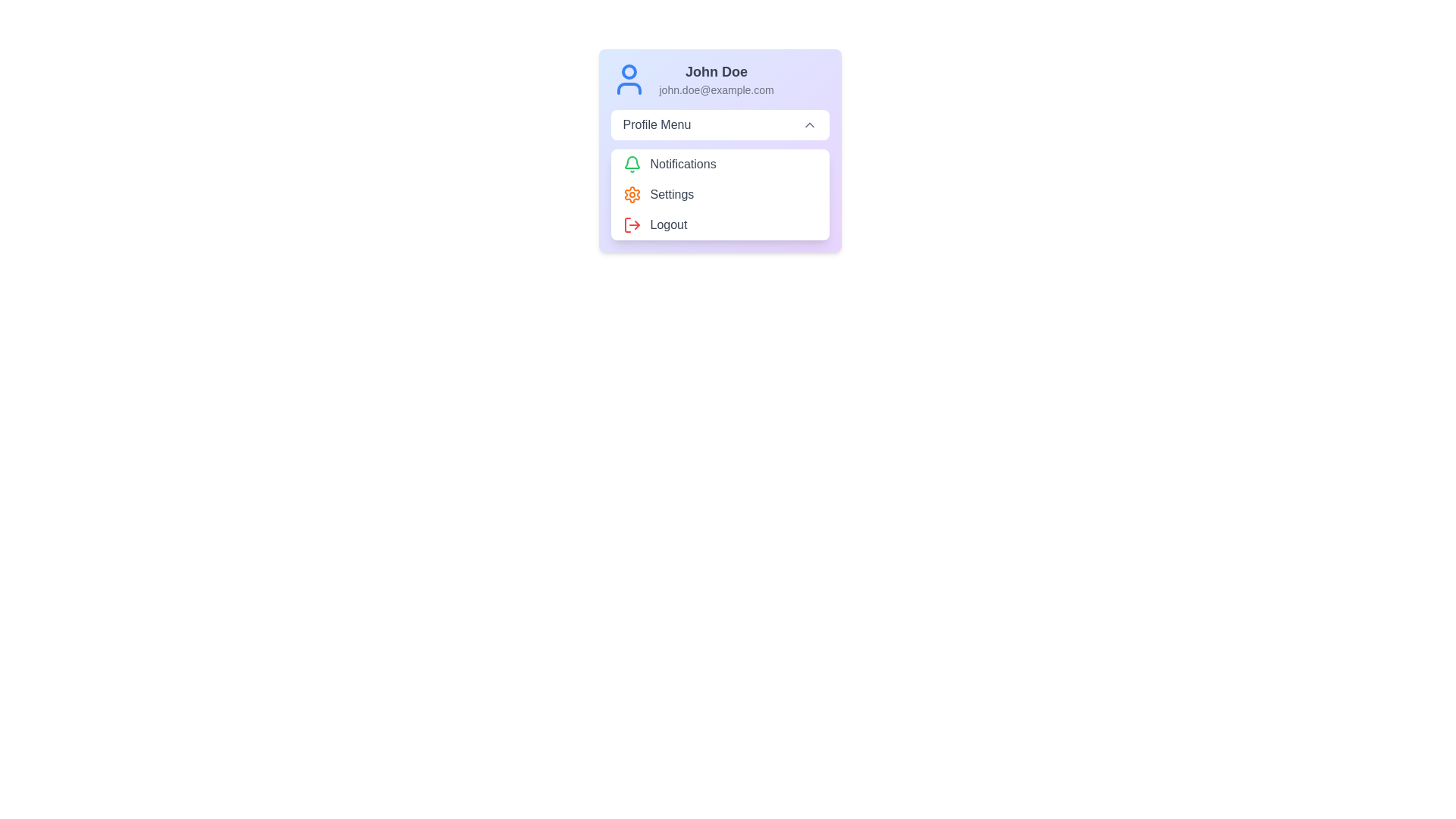 The width and height of the screenshot is (1456, 819). I want to click on the 'Profile Menu' dropdown button on the composite menu component, so click(719, 151).